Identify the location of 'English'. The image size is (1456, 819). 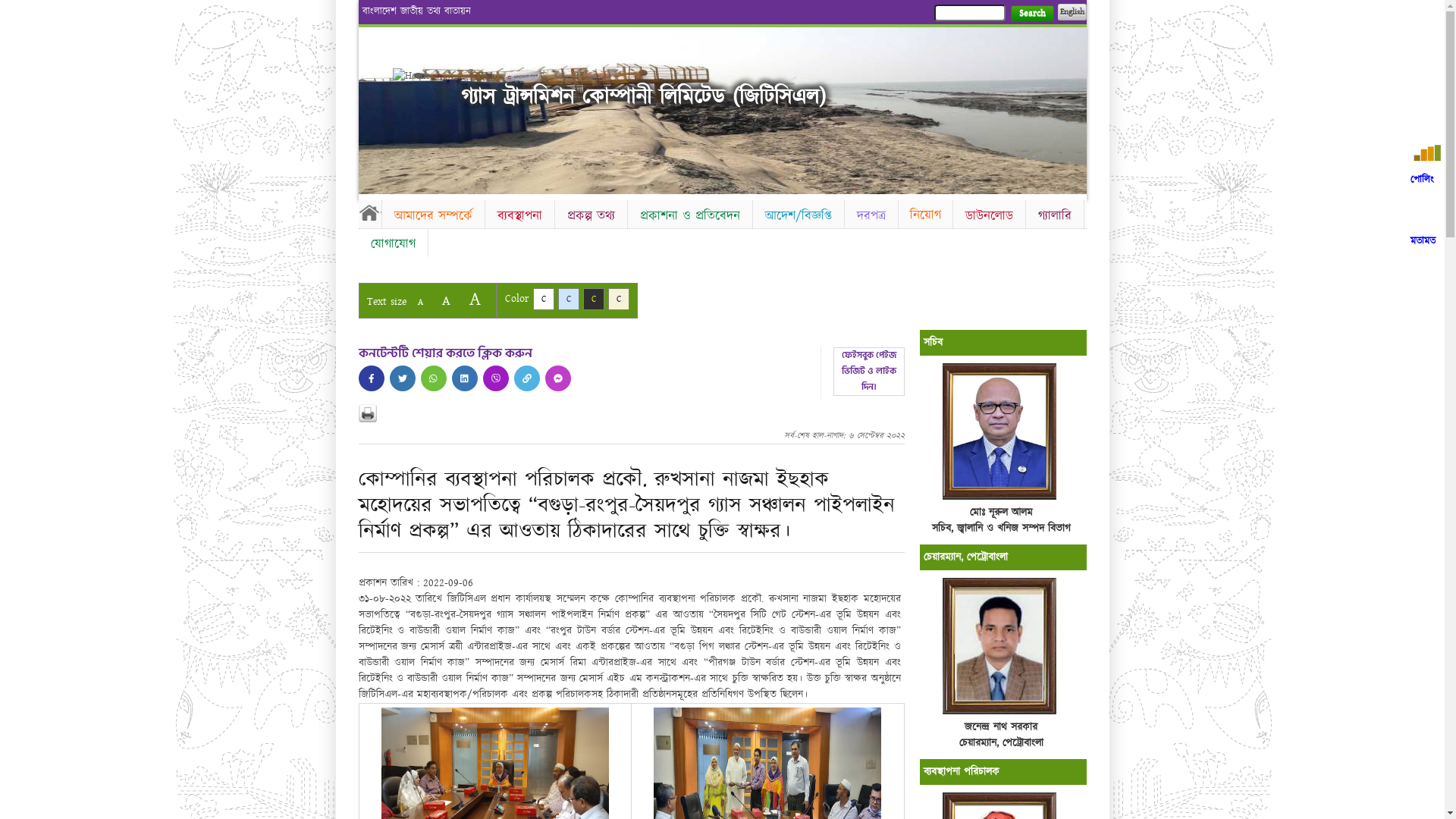
(1070, 11).